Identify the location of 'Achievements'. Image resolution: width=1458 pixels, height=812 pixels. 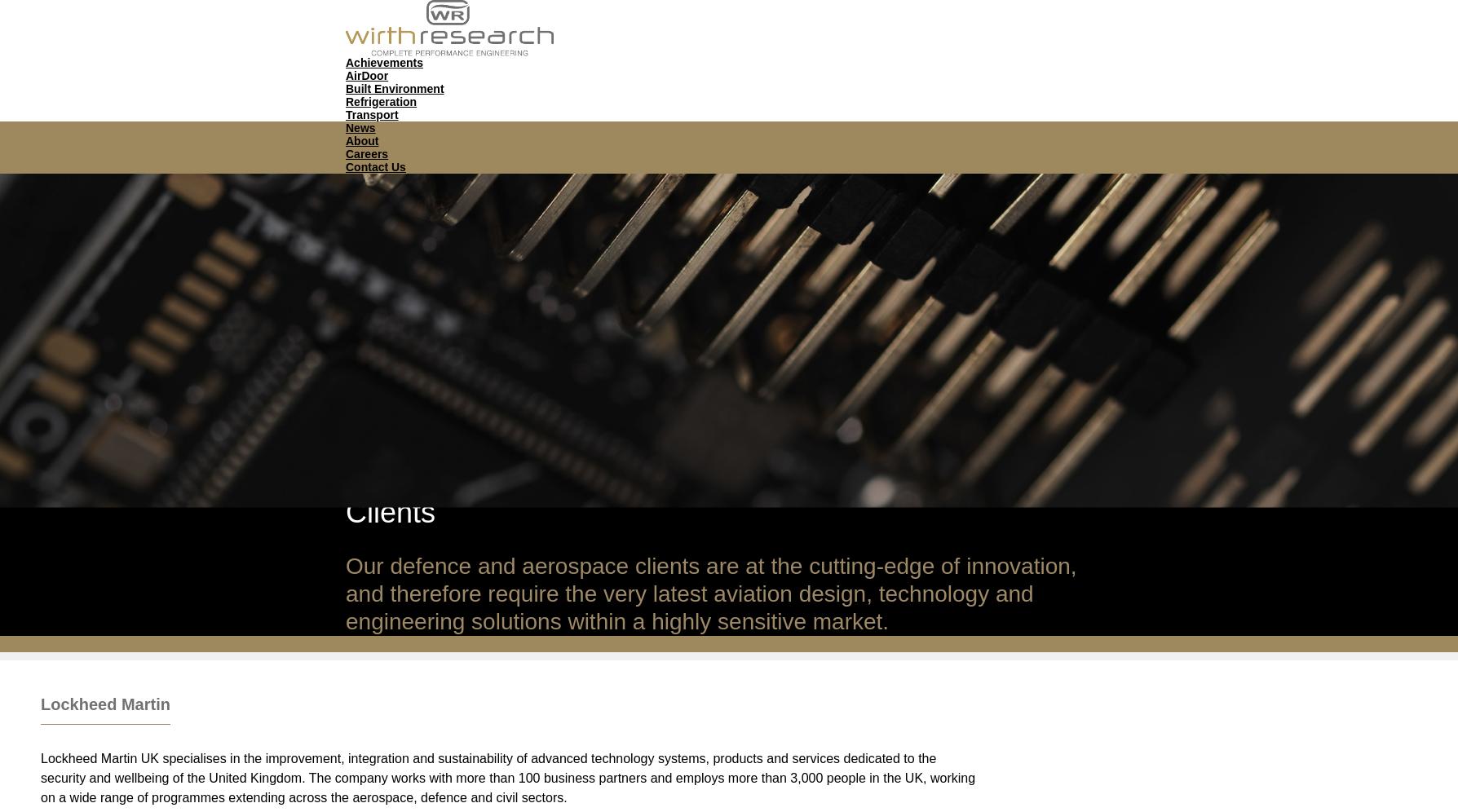
(383, 60).